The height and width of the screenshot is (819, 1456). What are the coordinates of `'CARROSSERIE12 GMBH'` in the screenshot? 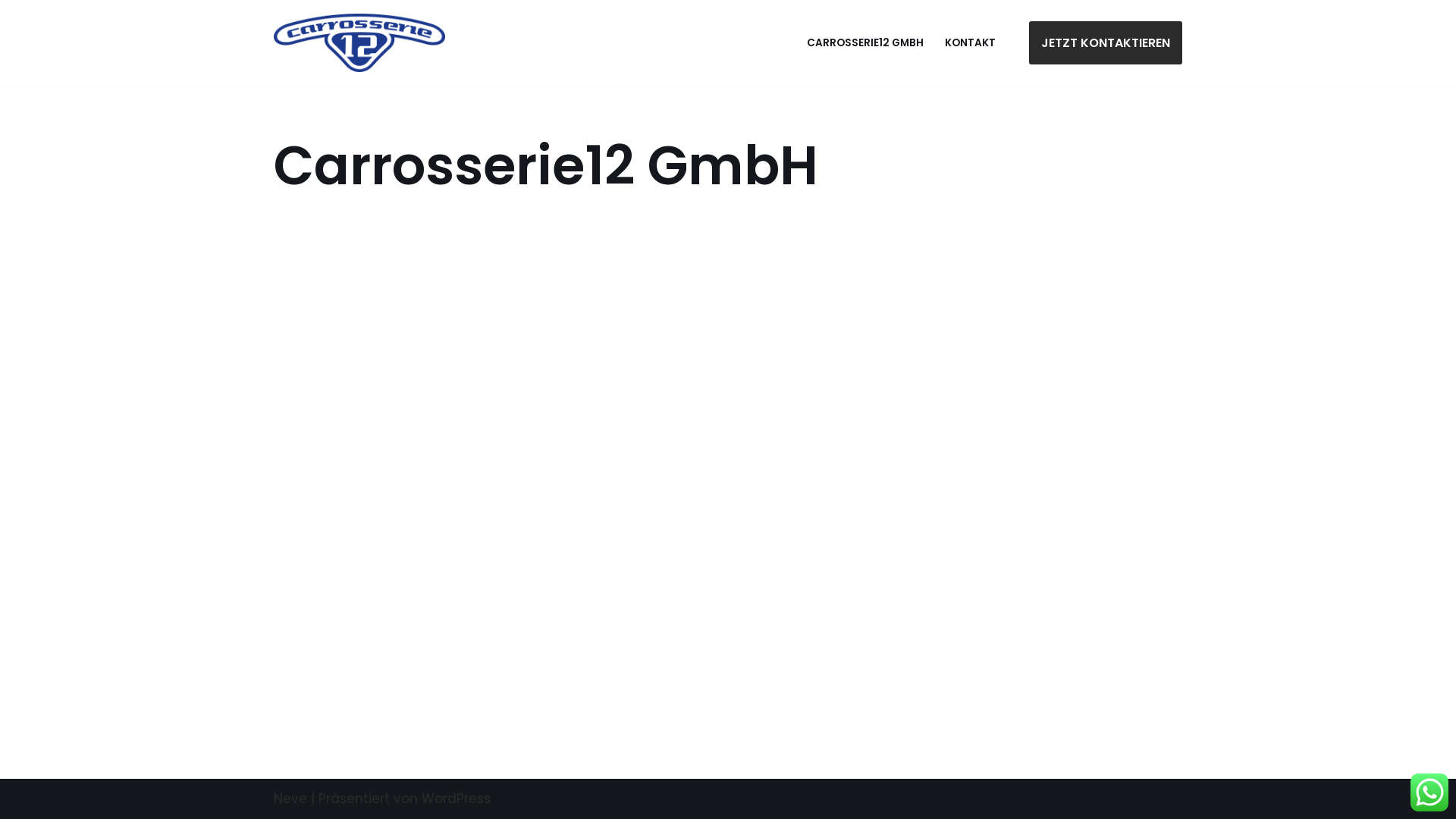 It's located at (865, 42).